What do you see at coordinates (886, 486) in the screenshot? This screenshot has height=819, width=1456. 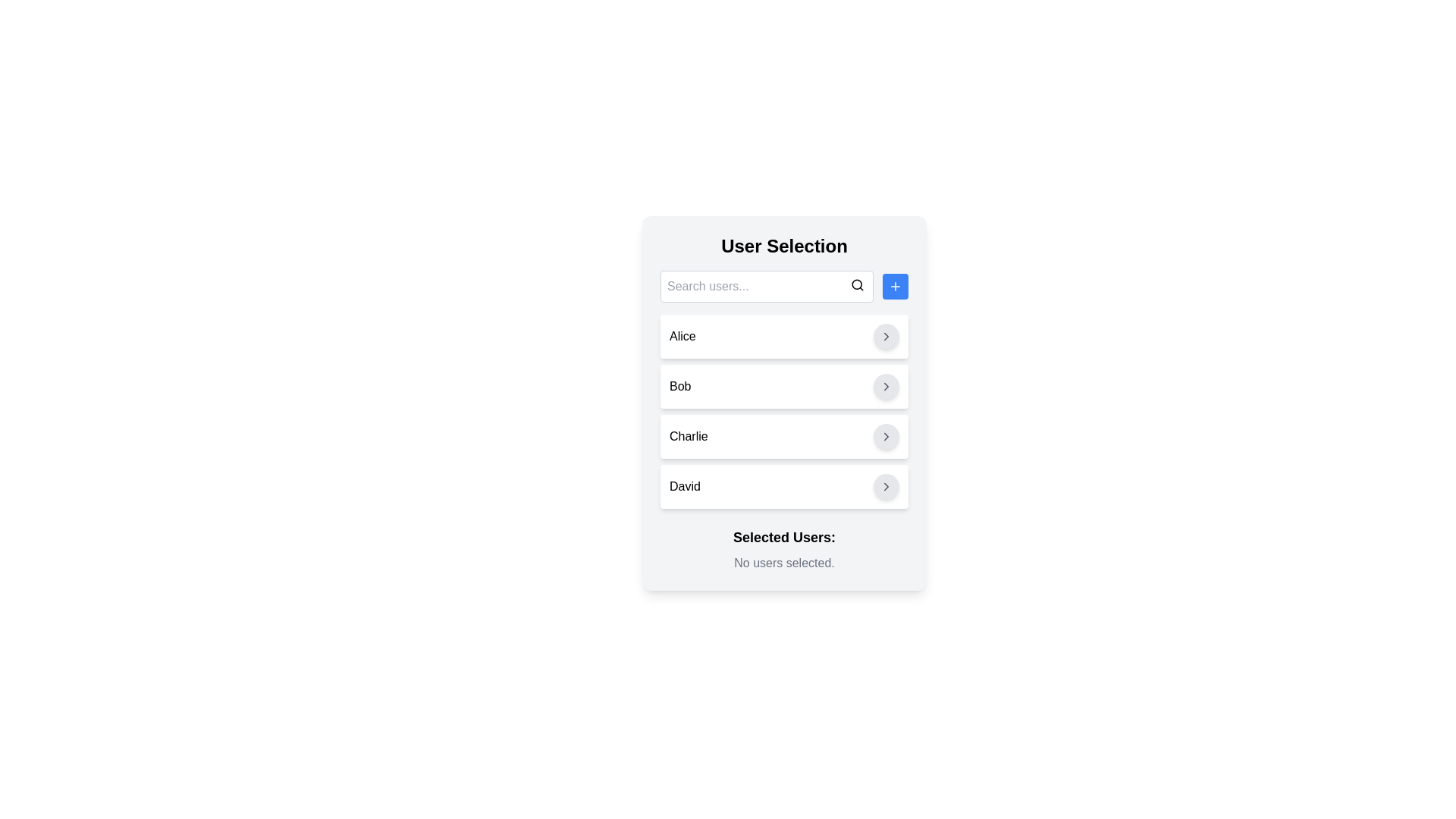 I see `the small right-pointing gray chevron icon located inside the rounded button aligned to the right of the text 'David' in the user selection list` at bounding box center [886, 486].